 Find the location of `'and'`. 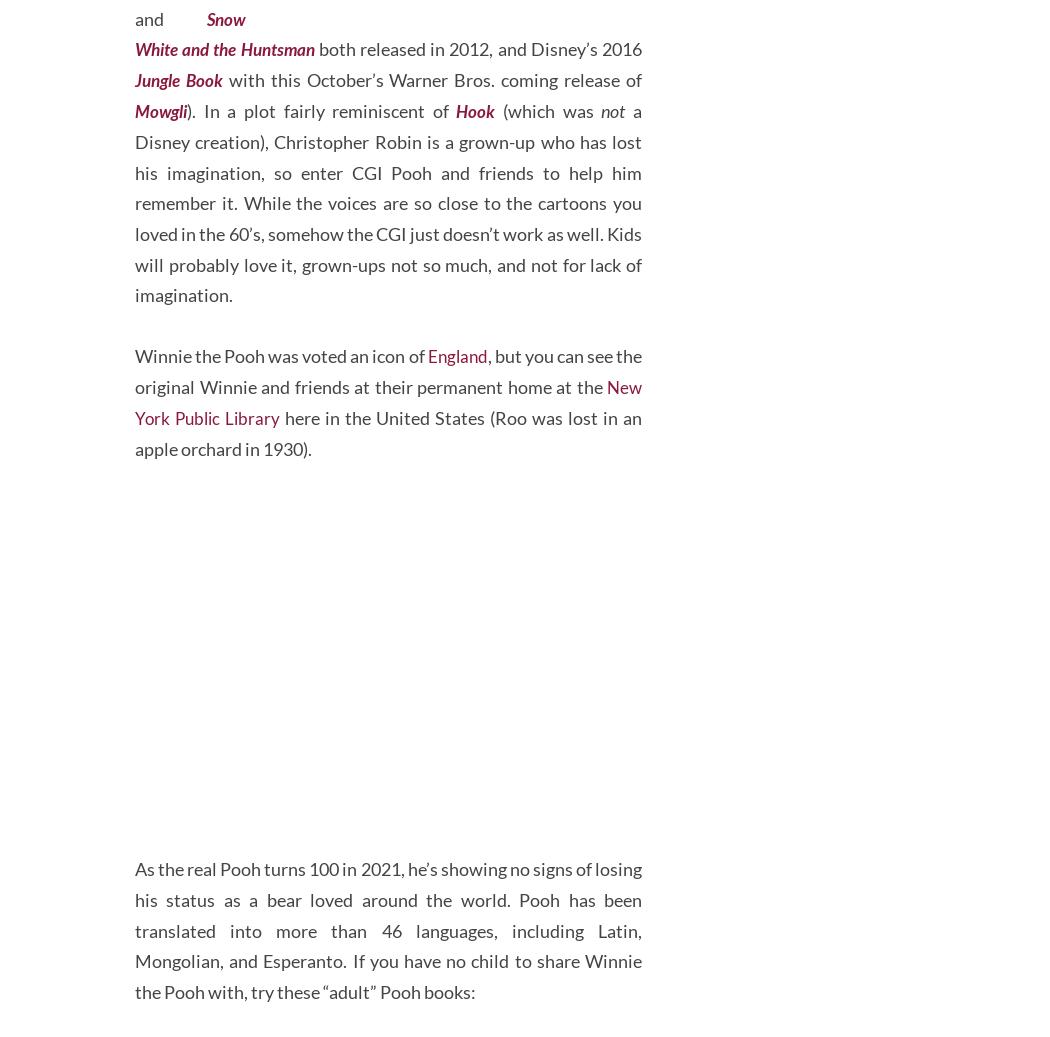

'and' is located at coordinates (169, 92).